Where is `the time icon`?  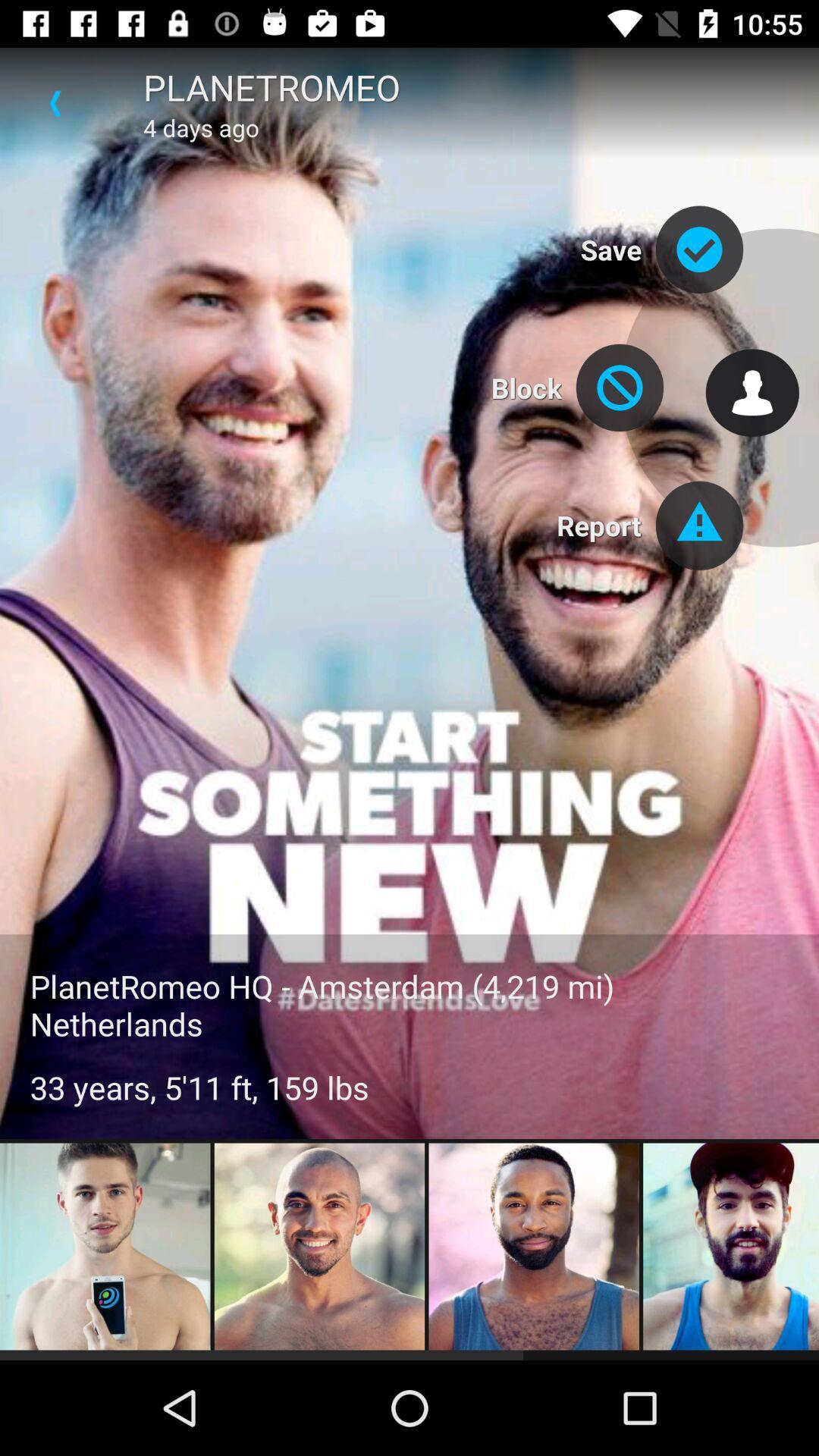 the time icon is located at coordinates (620, 388).